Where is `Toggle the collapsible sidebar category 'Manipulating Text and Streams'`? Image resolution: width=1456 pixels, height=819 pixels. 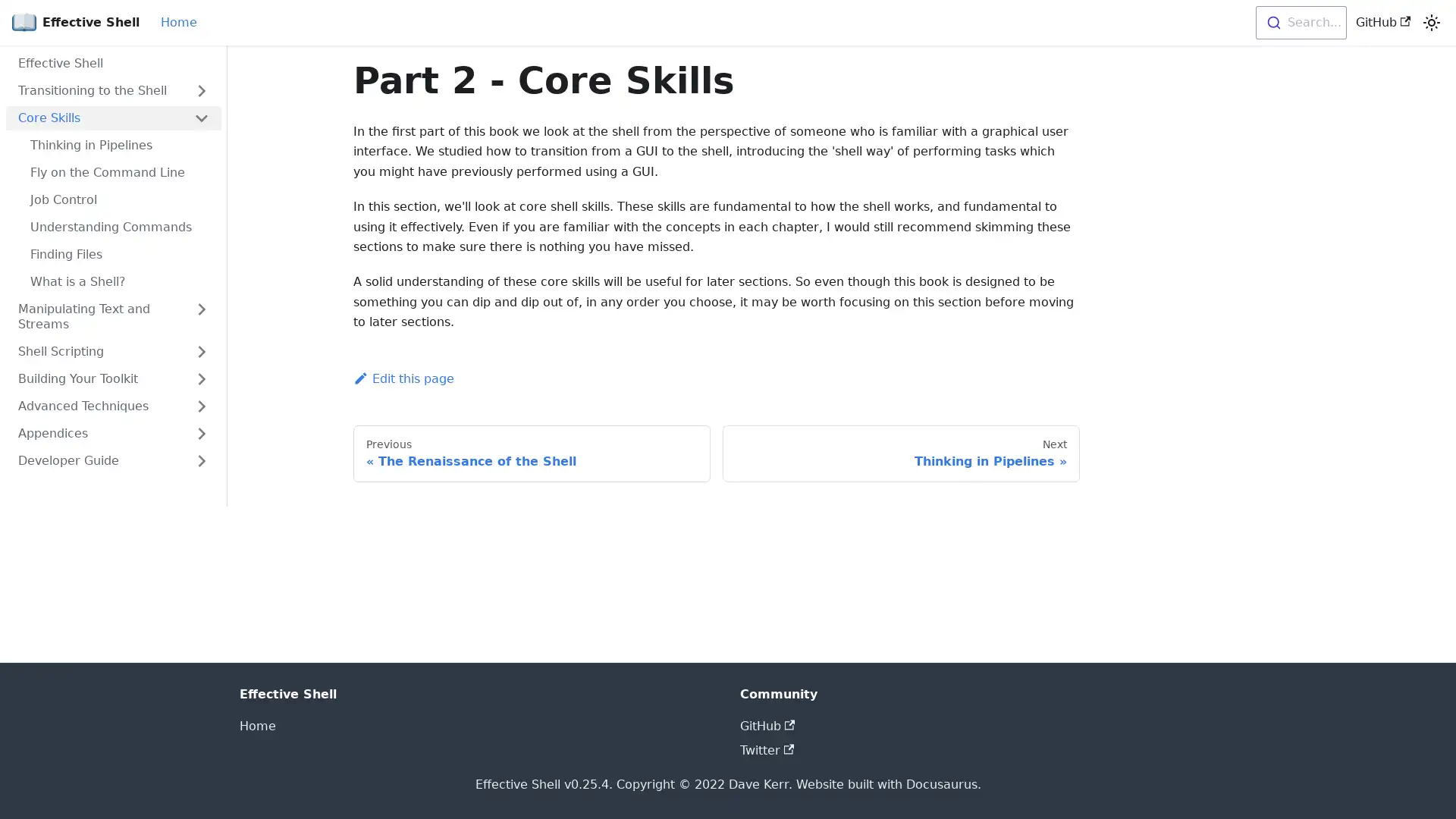 Toggle the collapsible sidebar category 'Manipulating Text and Streams' is located at coordinates (200, 315).